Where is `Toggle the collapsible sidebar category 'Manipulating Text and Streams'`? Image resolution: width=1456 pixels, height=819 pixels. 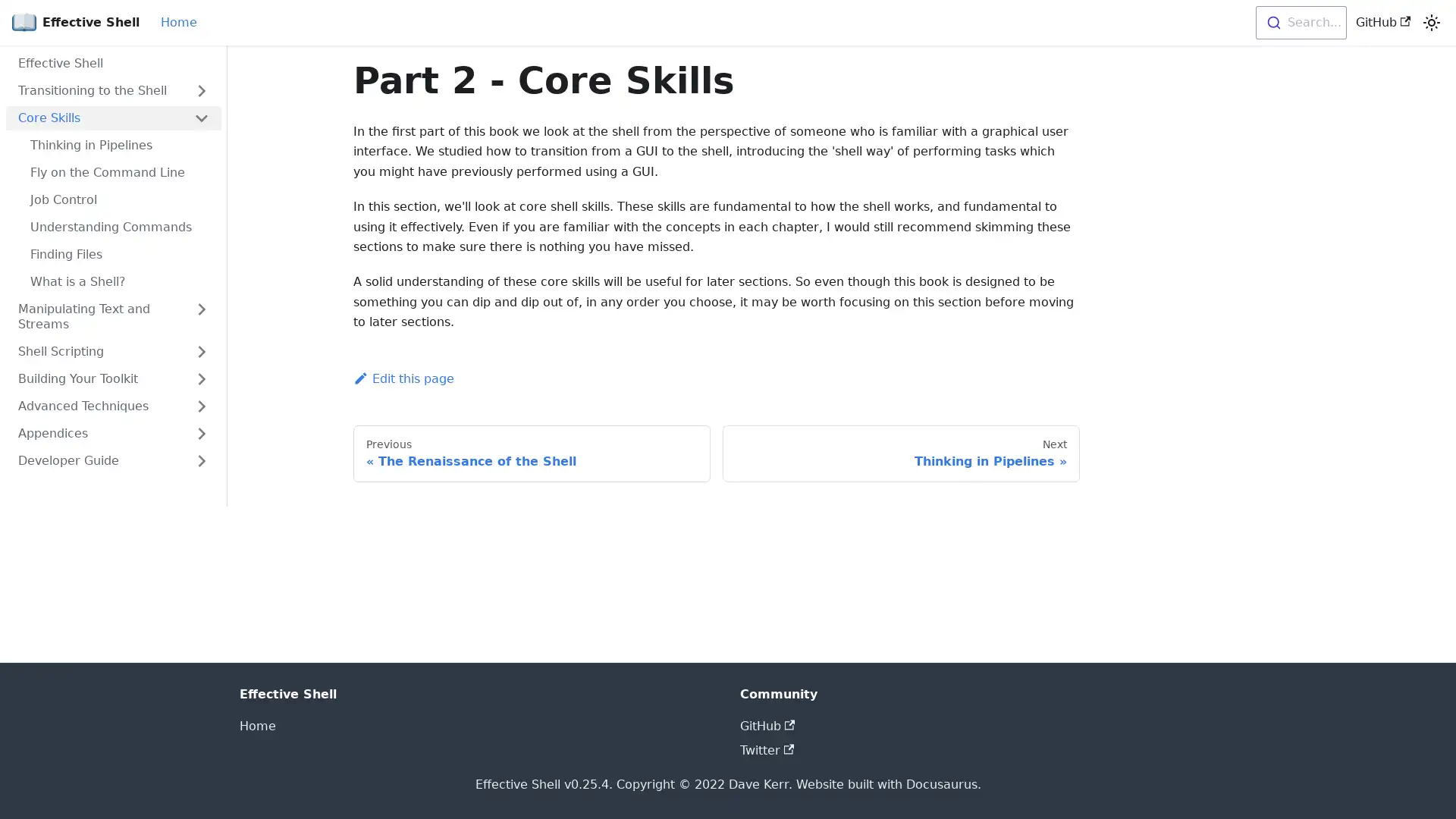 Toggle the collapsible sidebar category 'Manipulating Text and Streams' is located at coordinates (200, 315).